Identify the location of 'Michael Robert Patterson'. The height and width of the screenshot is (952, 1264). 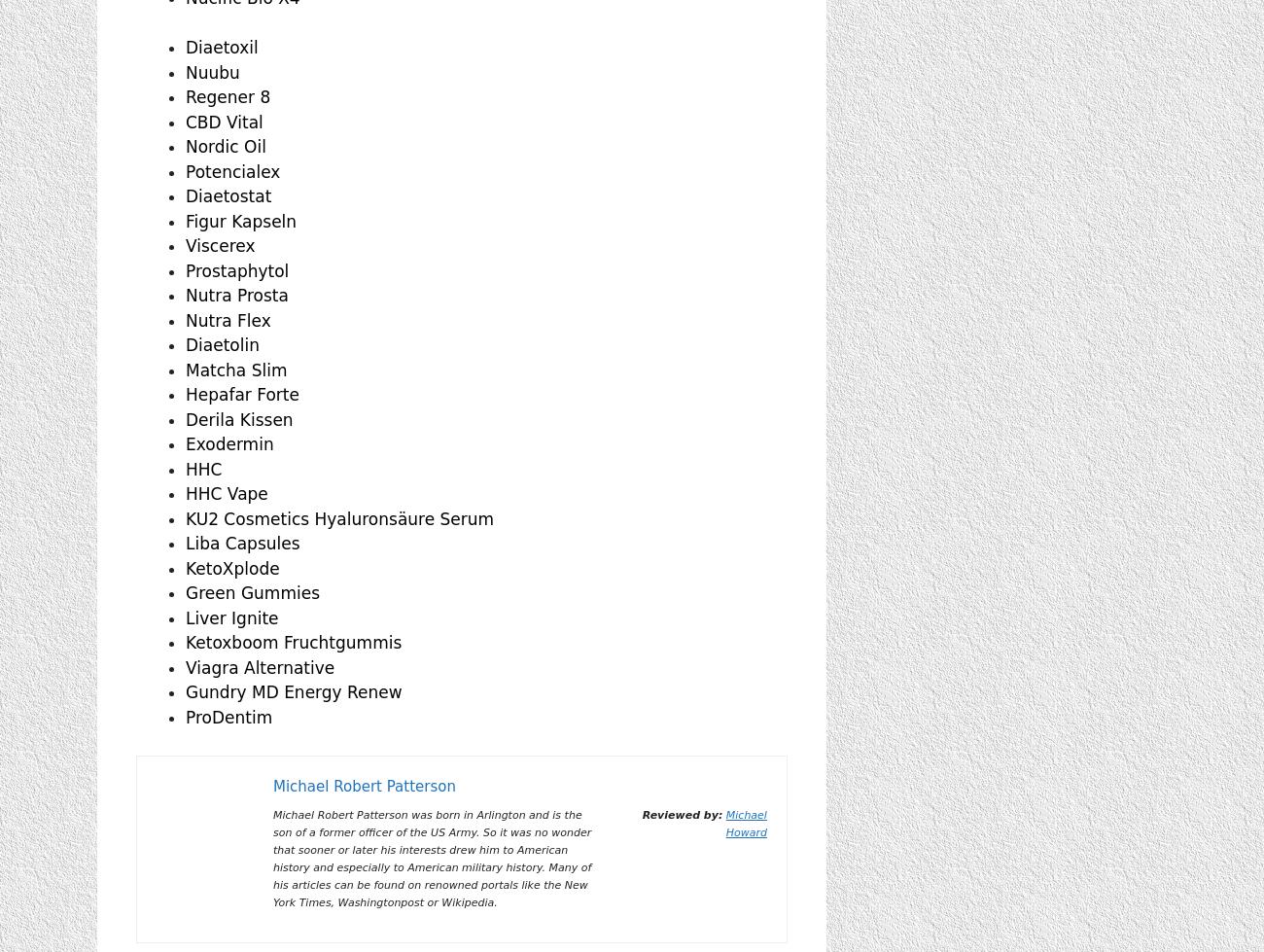
(363, 784).